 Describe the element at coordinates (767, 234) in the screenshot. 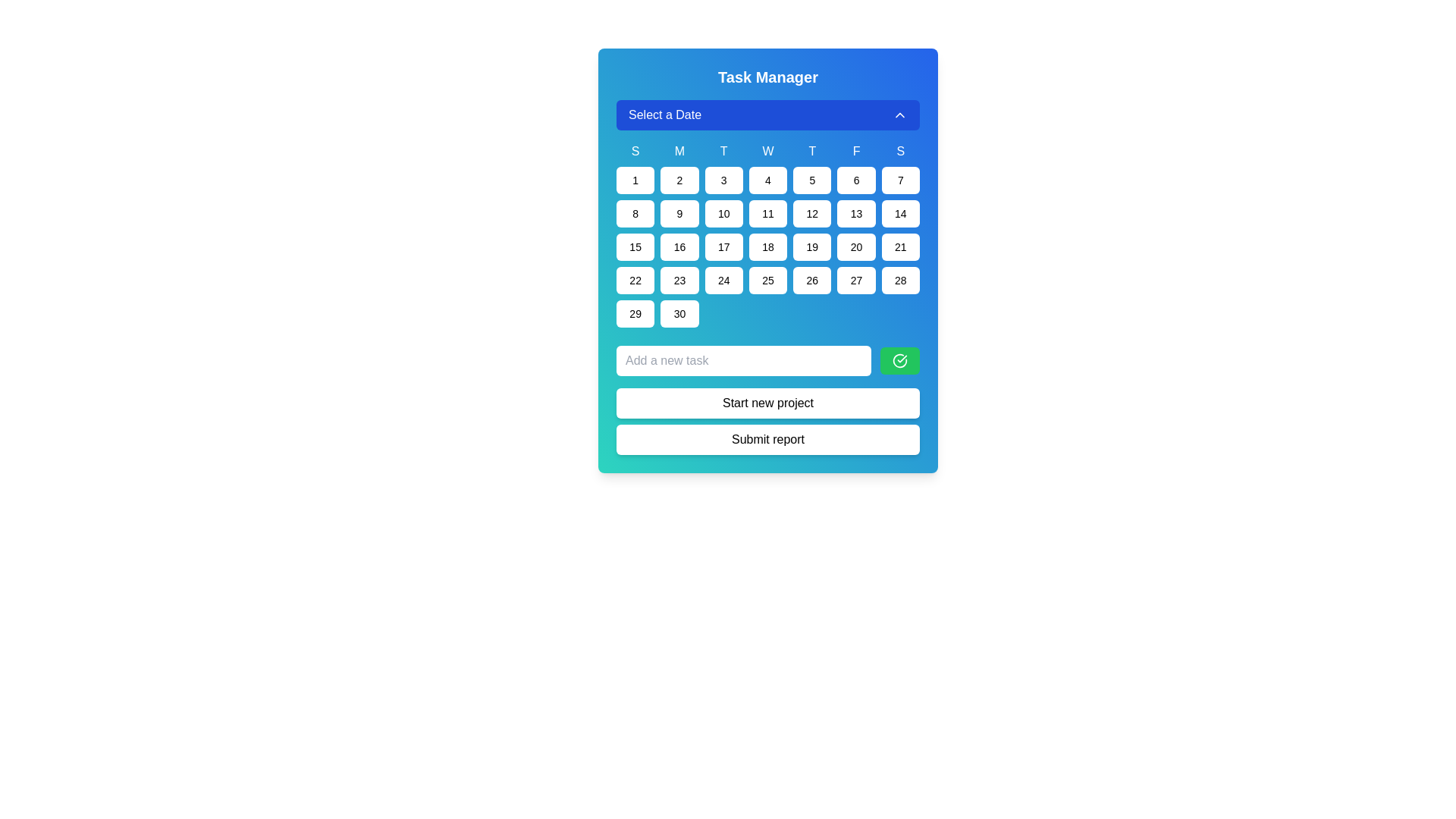

I see `the grid cell for Wednesday, the 18th day of the month in the calendar interface` at that location.